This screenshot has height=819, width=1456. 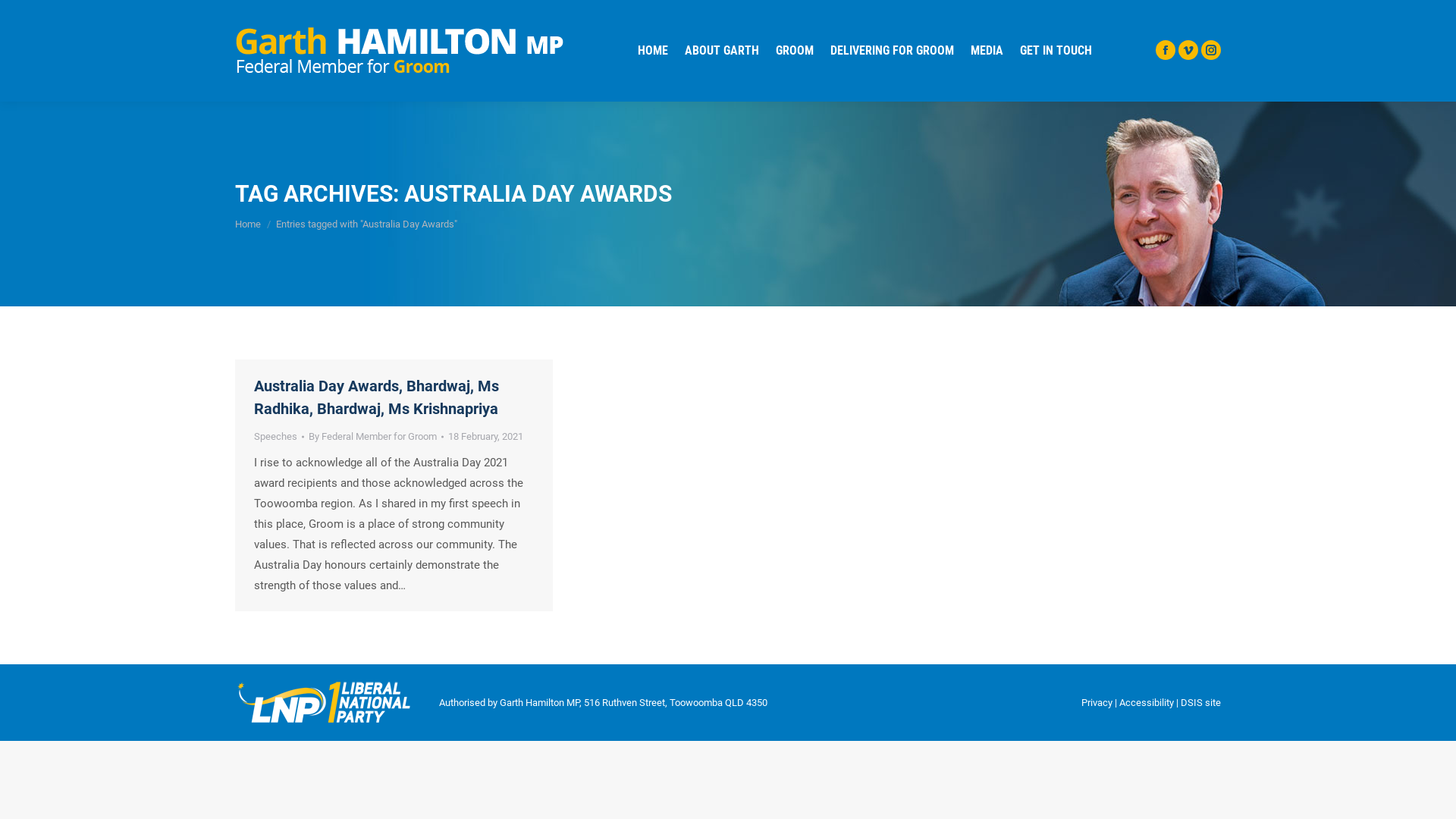 I want to click on 'Accessibility', so click(x=1147, y=702).